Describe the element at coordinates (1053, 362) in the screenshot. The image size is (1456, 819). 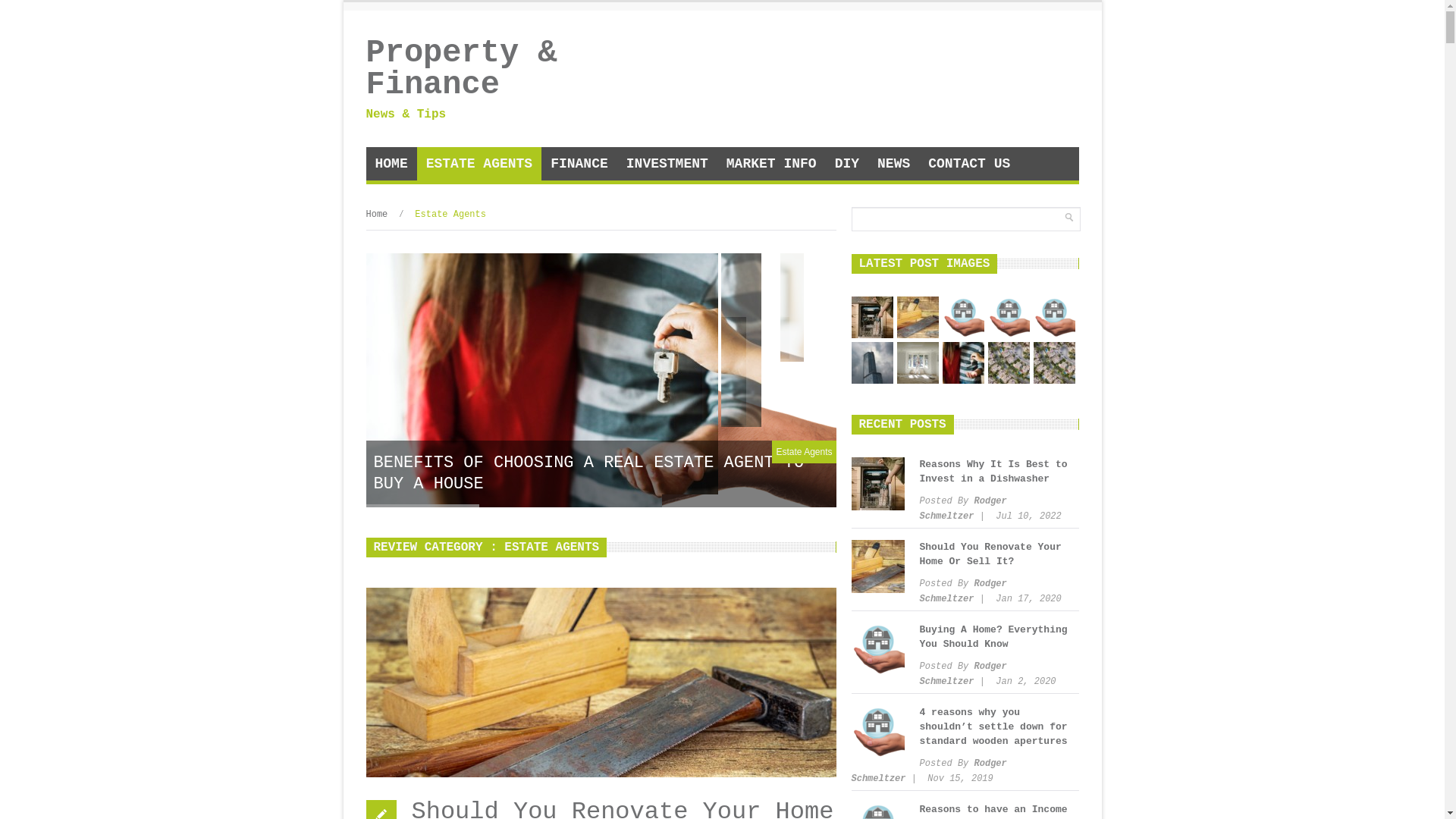
I see `'Does Your Roof Need Repairs?'` at that location.